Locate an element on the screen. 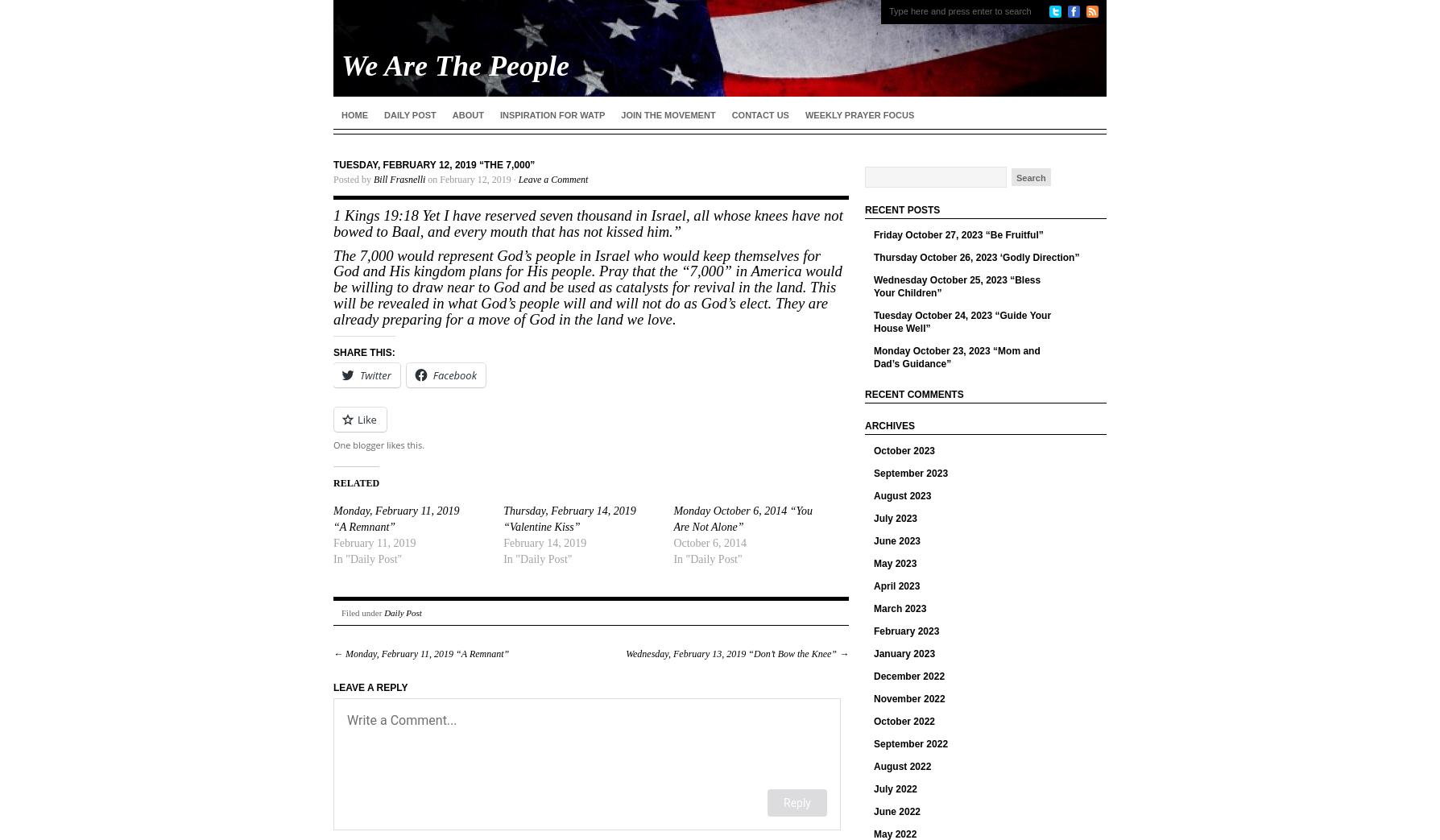 The height and width of the screenshot is (840, 1440). 'Filed under' is located at coordinates (362, 611).